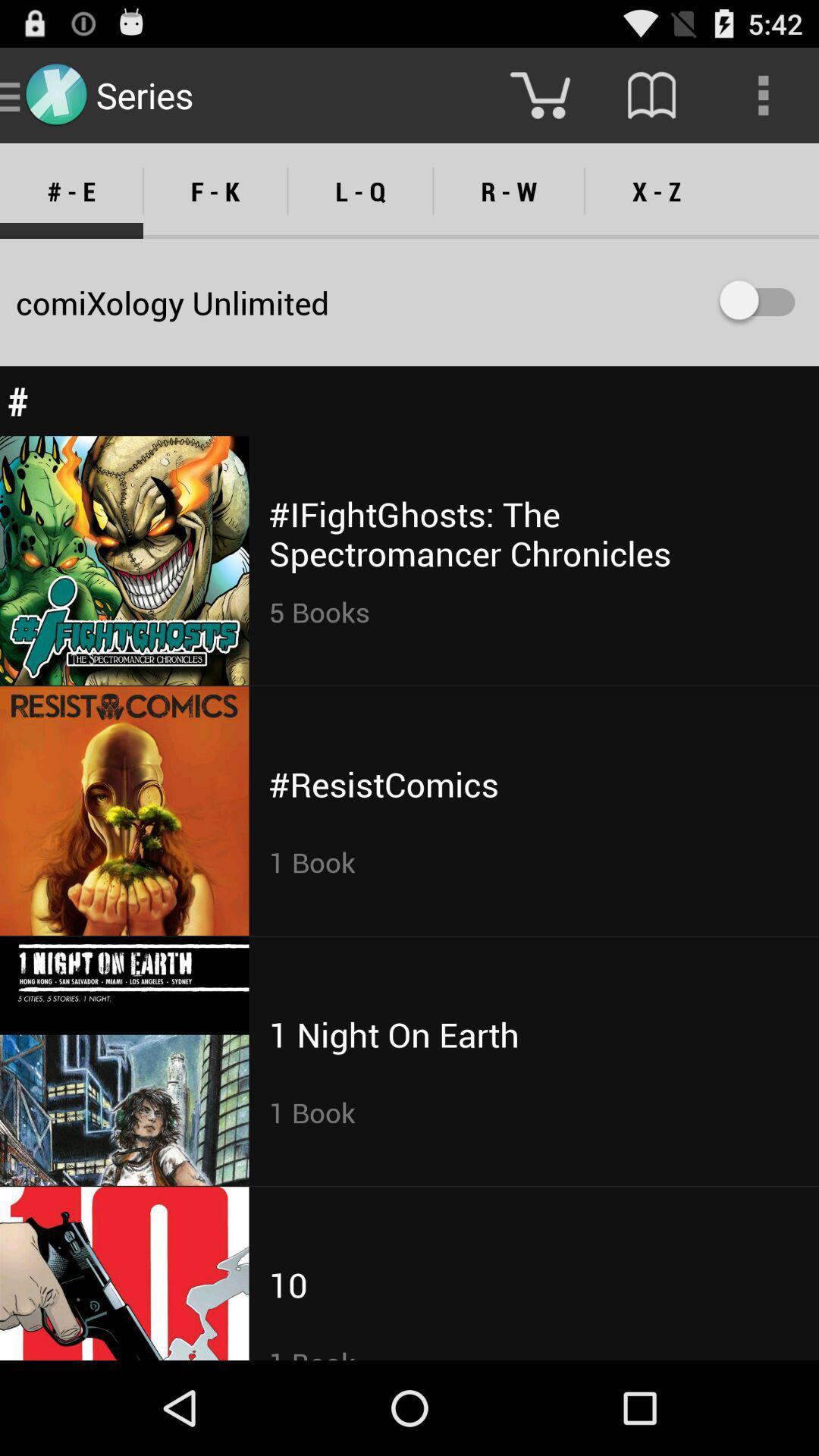 The image size is (819, 1456). What do you see at coordinates (360, 190) in the screenshot?
I see `item above comixology unlimited icon` at bounding box center [360, 190].